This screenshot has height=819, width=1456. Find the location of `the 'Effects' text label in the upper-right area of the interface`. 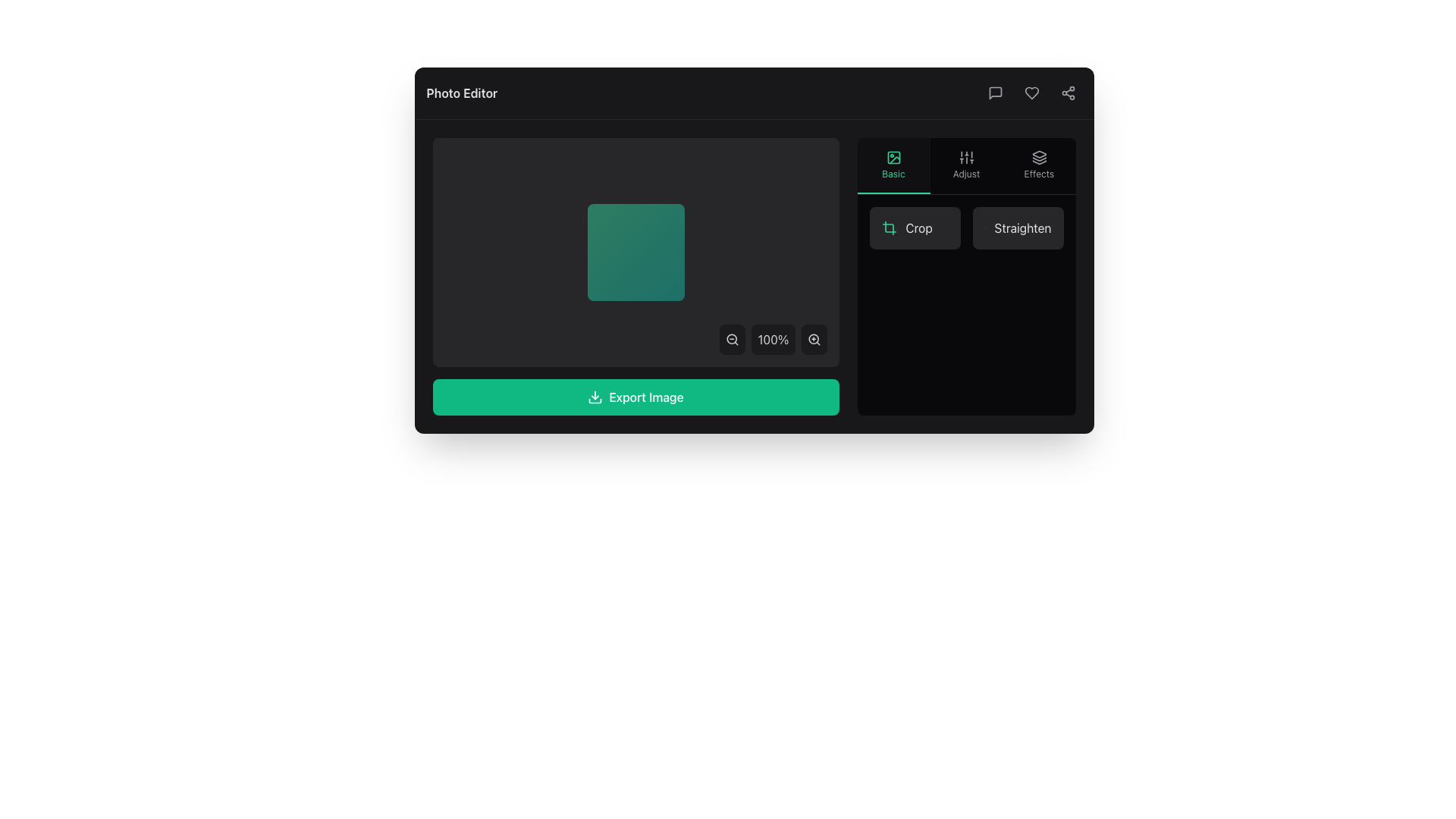

the 'Effects' text label in the upper-right area of the interface is located at coordinates (1038, 174).